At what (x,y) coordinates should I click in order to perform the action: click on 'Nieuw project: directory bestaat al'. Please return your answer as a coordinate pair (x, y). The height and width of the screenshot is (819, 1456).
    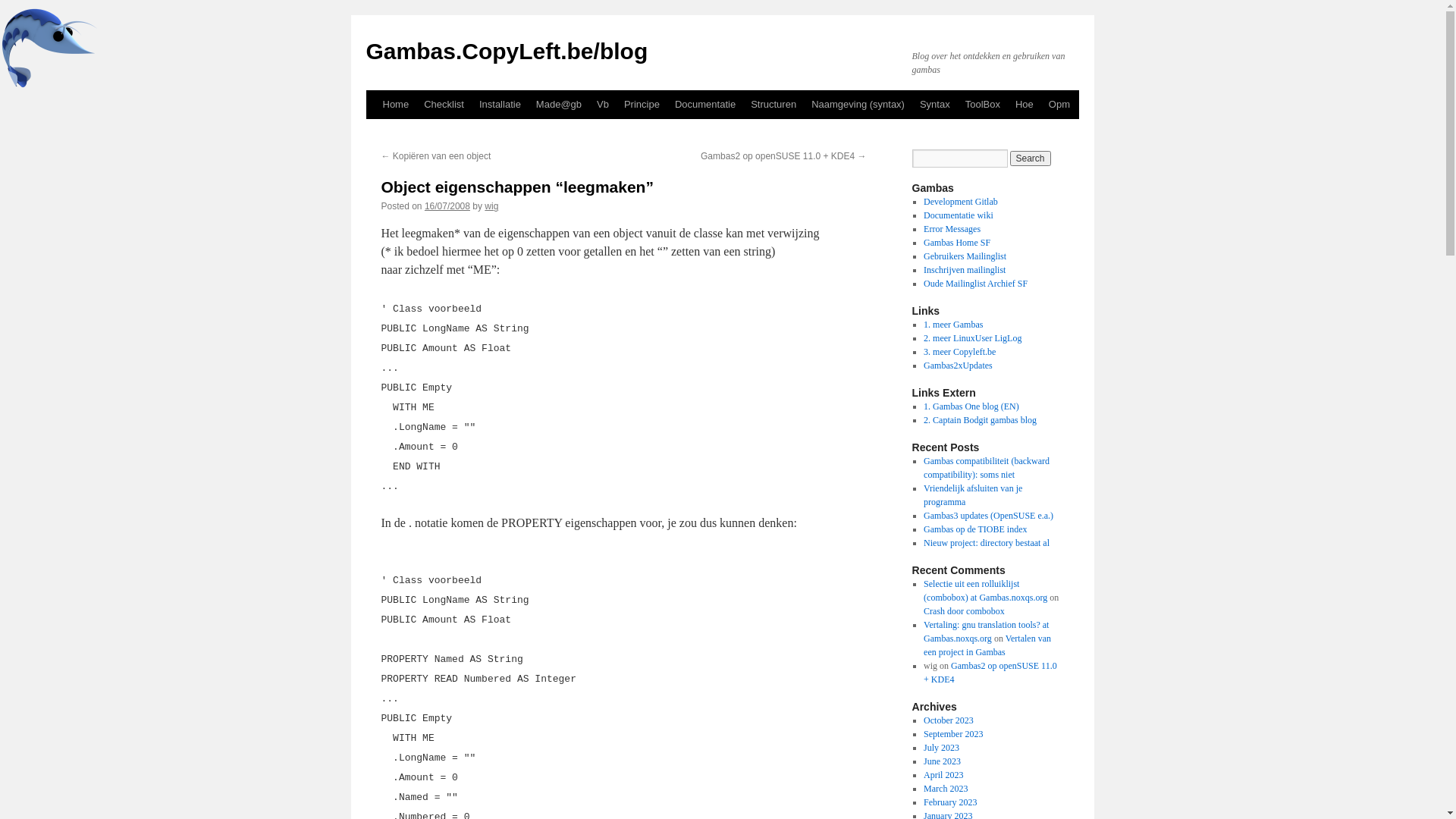
    Looking at the image, I should click on (986, 542).